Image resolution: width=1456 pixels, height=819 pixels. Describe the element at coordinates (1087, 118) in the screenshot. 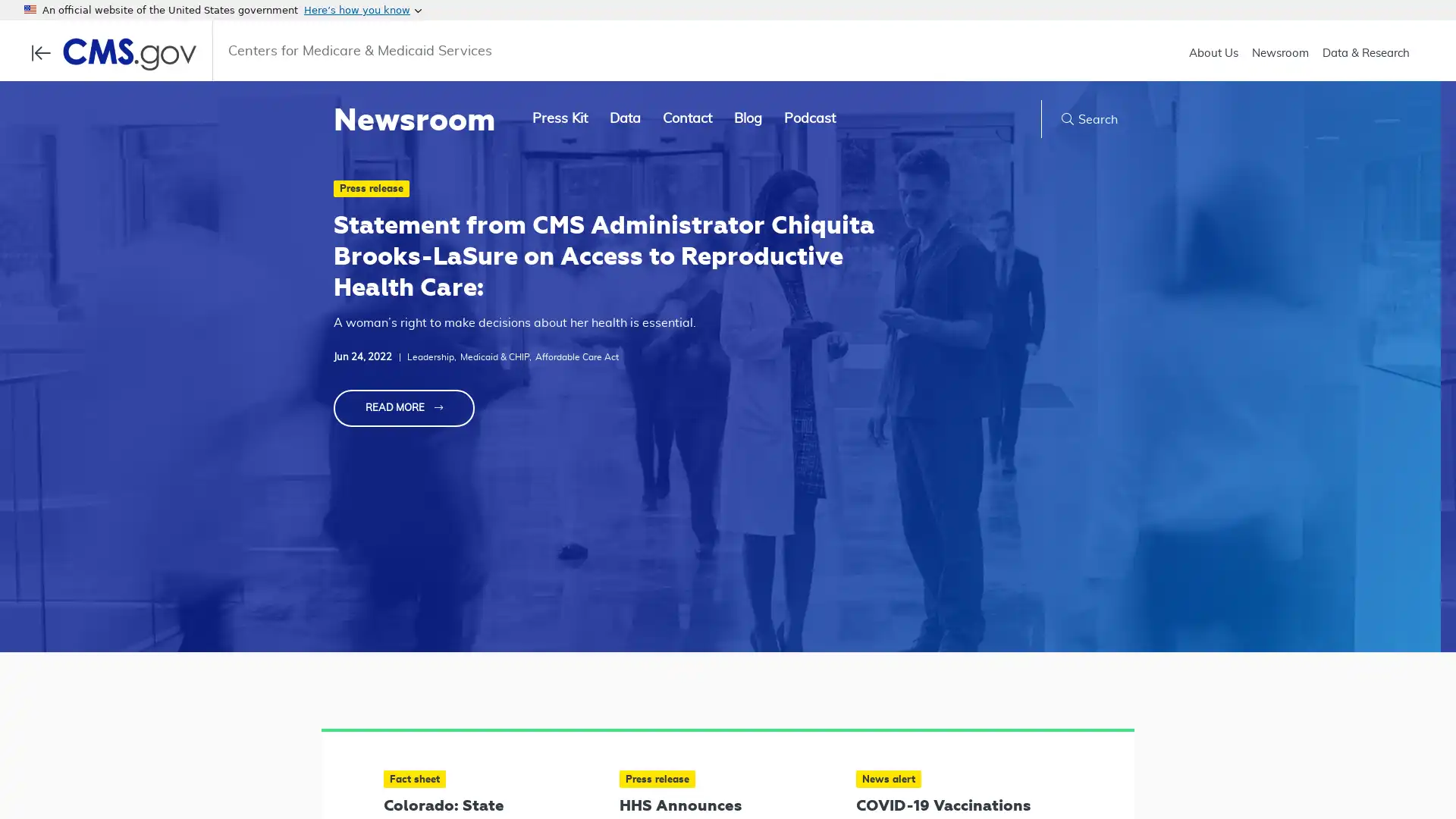

I see `Search` at that location.